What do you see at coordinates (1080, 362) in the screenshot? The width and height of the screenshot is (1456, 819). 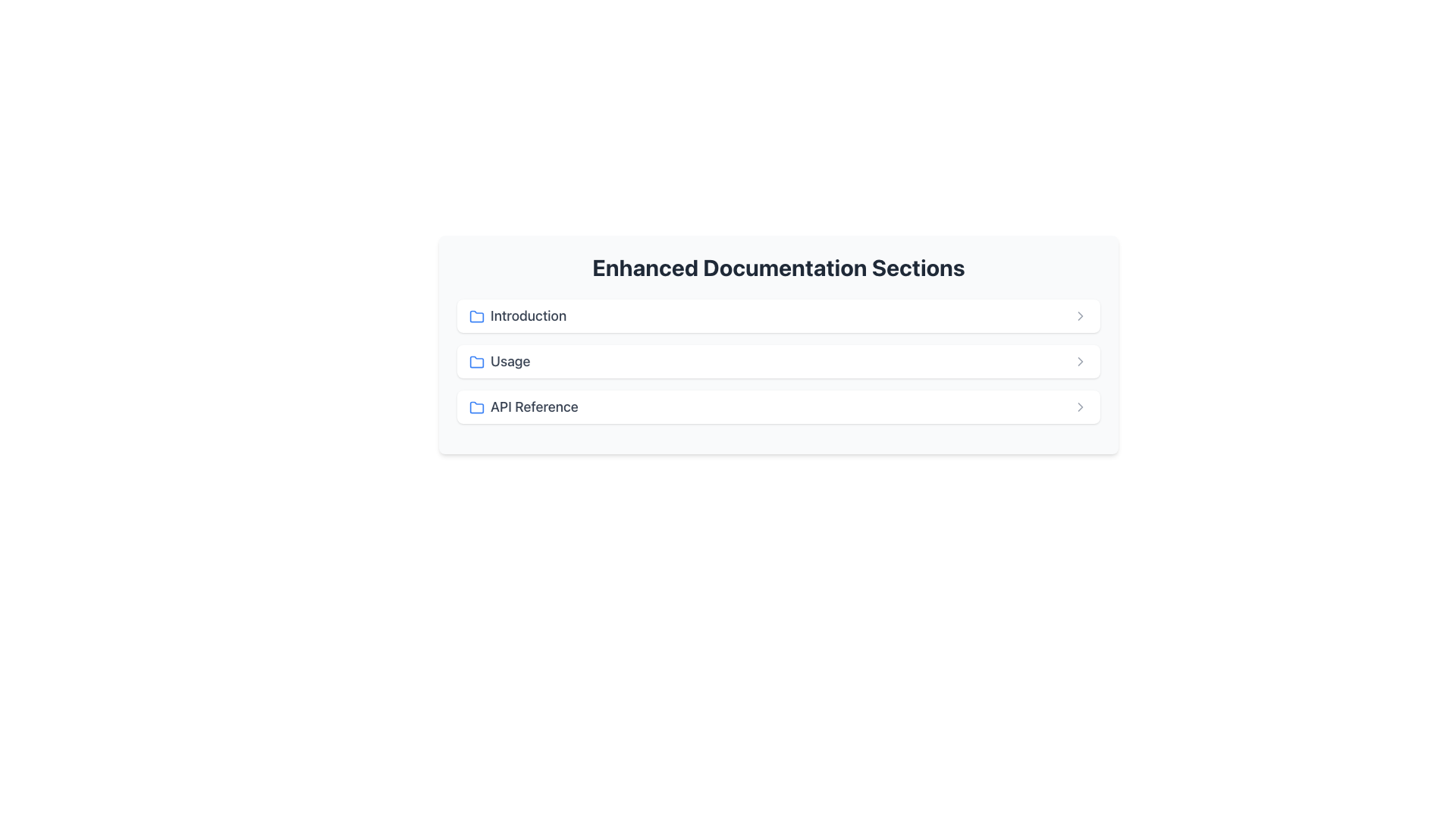 I see `the right-pointing chevron icon colored gray located at the far-right end of the 'Usage' section` at bounding box center [1080, 362].